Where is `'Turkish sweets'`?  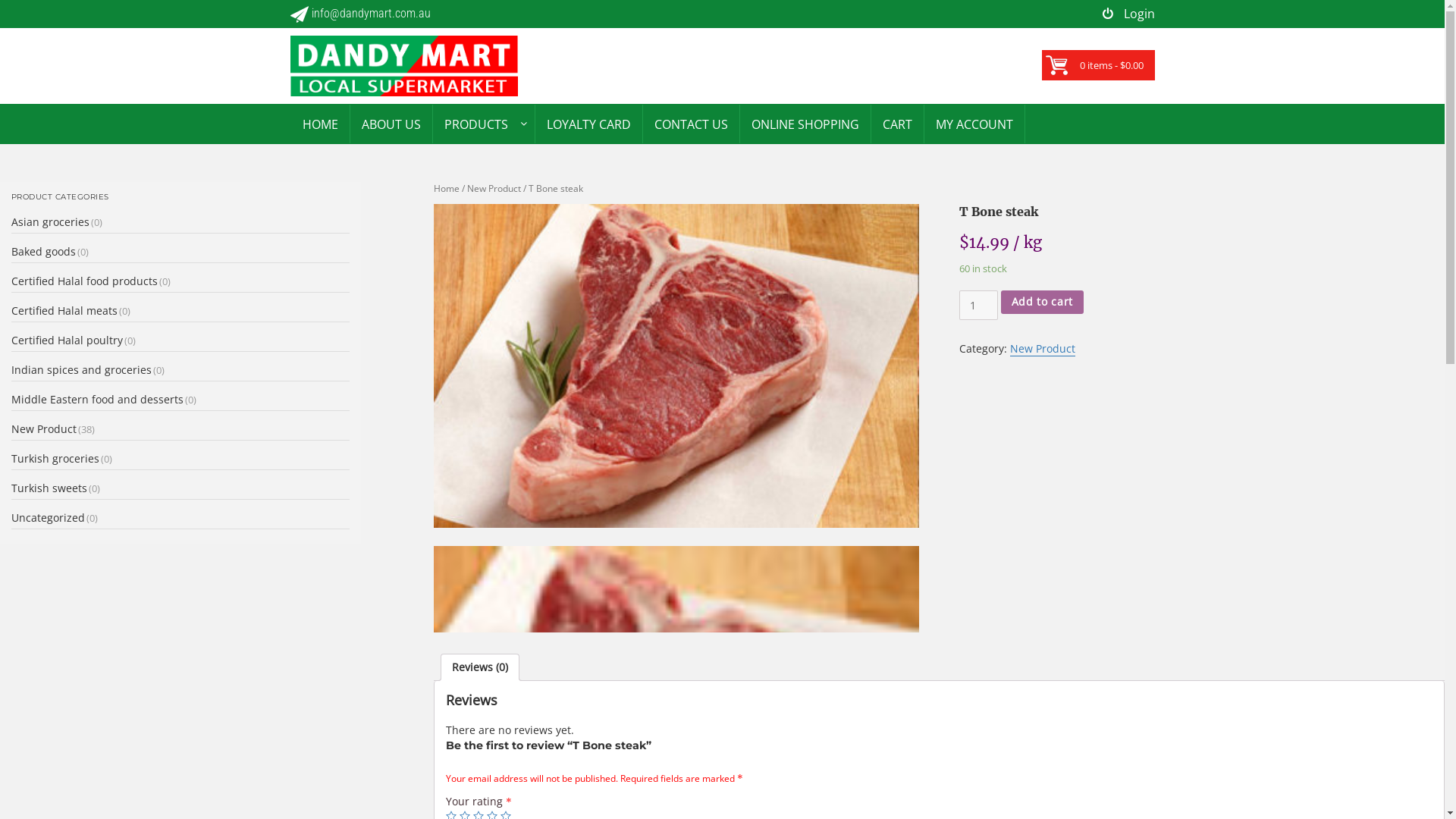 'Turkish sweets' is located at coordinates (11, 488).